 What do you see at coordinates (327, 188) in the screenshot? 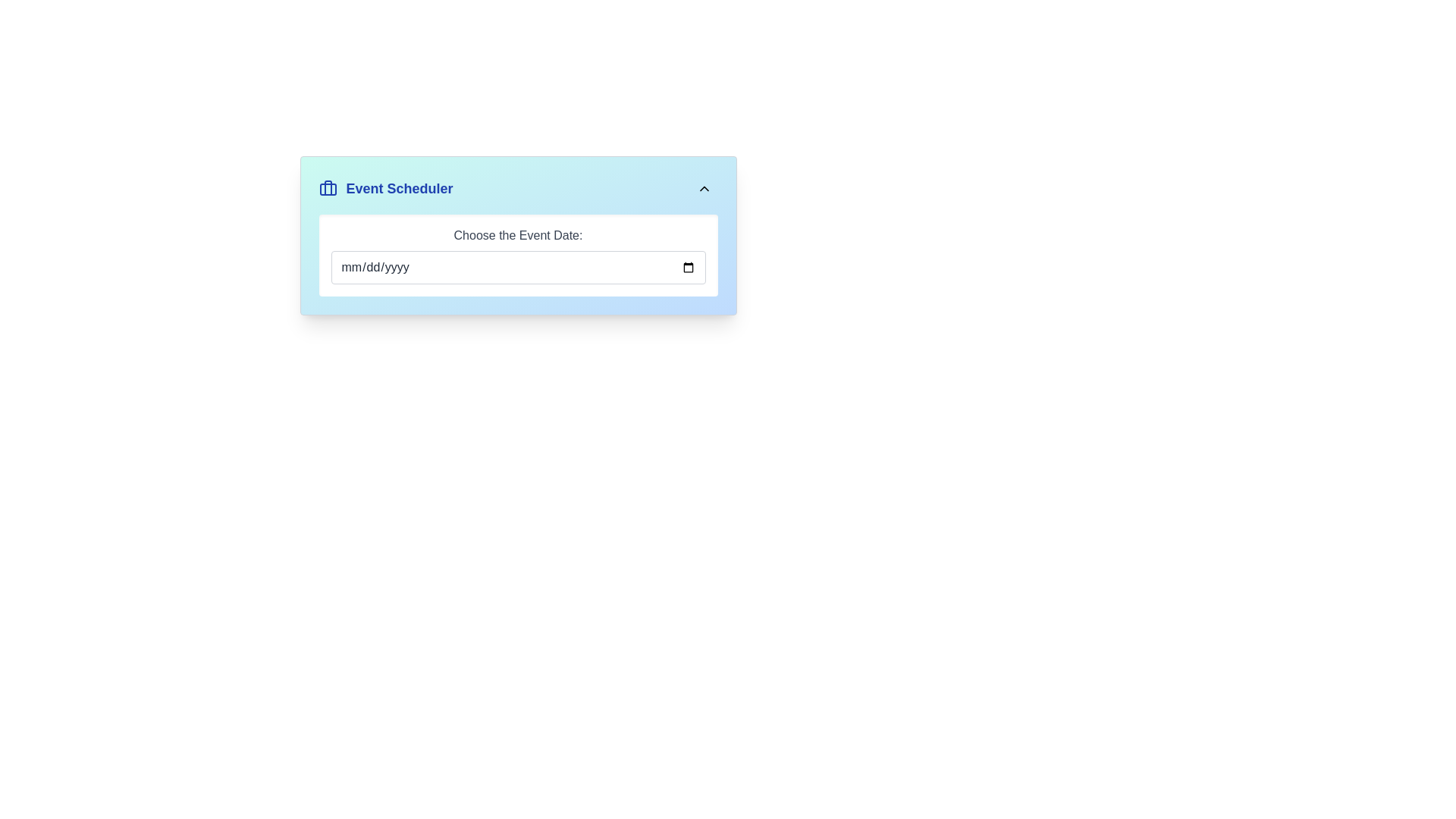
I see `the briefcase icon located to the left of the bold text 'Event Scheduler'` at bounding box center [327, 188].